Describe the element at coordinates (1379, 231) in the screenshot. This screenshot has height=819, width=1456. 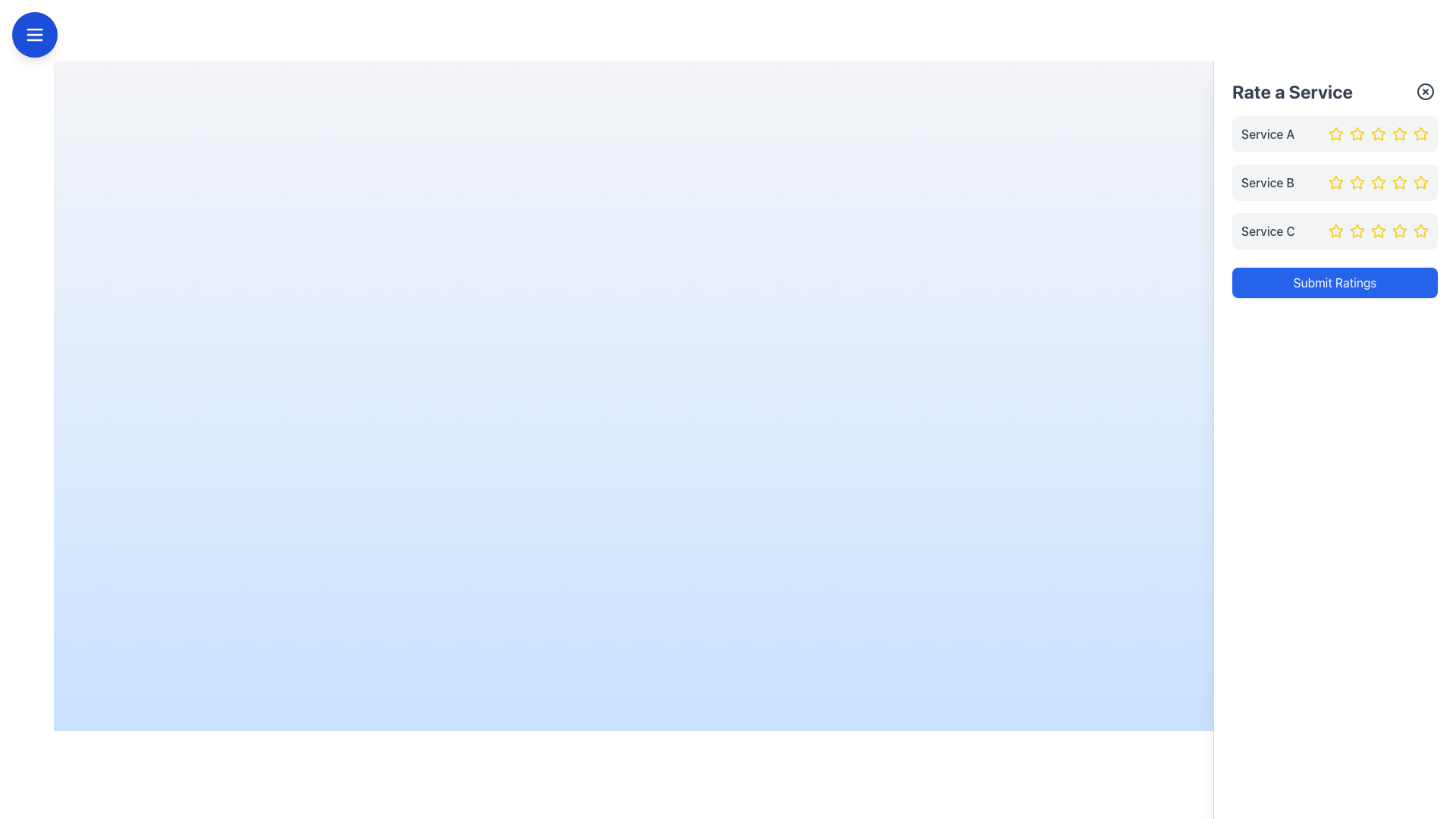
I see `the third star in the star rating component to rate 'Service C' with three stars` at that location.